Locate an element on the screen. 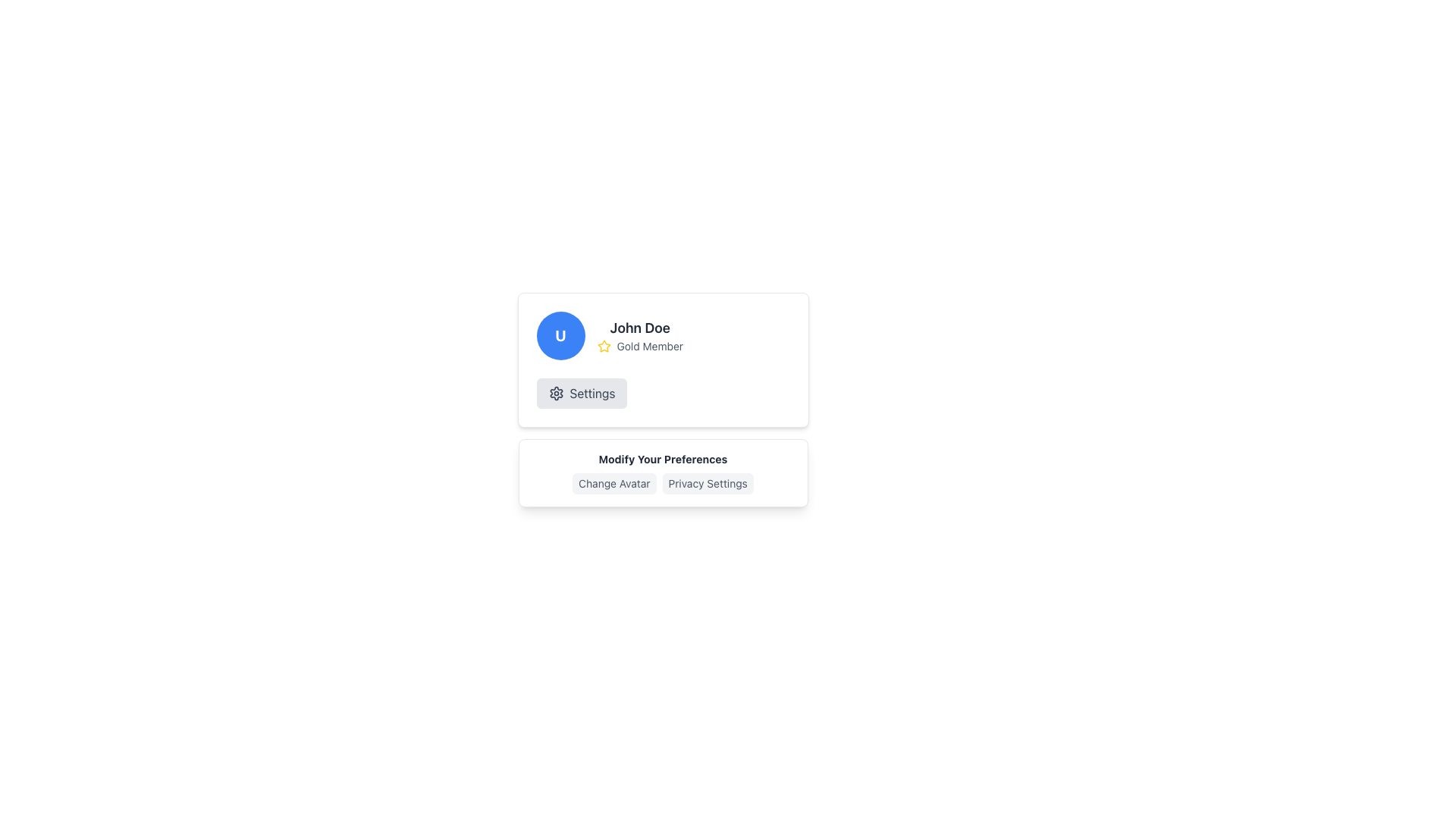 The width and height of the screenshot is (1456, 819). the 'Privacy Settings' button, which has a light gray background and dark gray text is located at coordinates (707, 483).